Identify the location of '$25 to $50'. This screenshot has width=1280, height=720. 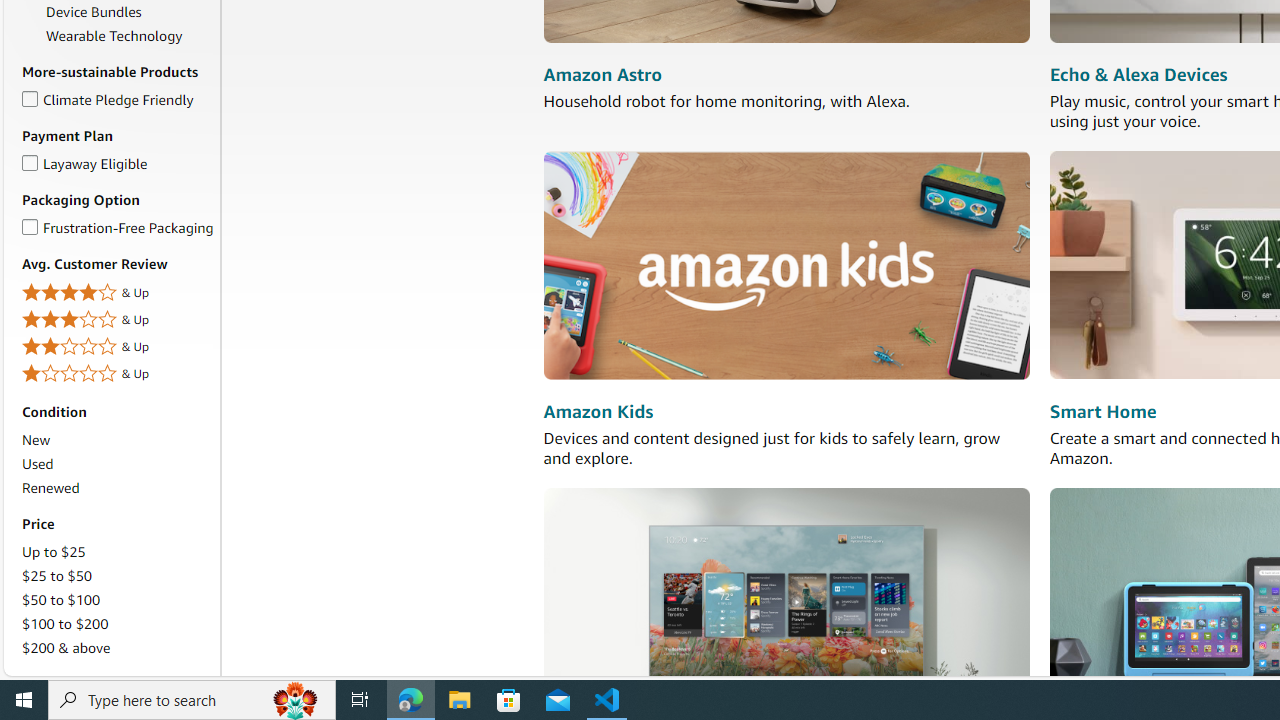
(57, 576).